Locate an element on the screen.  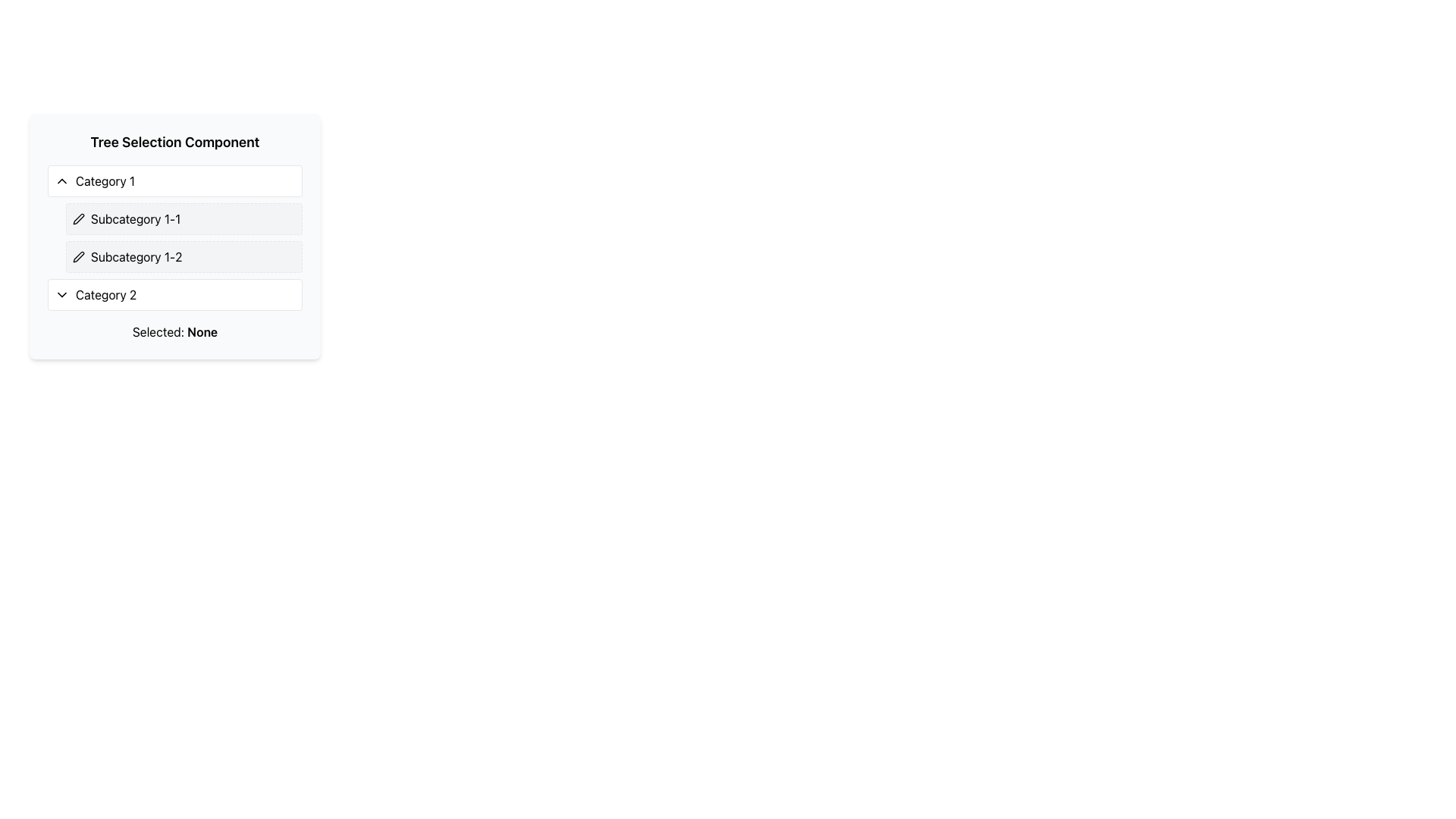
the edit icon located to the left of the text 'Subcategory 1-1' under the 'Category 1' section is located at coordinates (78, 219).